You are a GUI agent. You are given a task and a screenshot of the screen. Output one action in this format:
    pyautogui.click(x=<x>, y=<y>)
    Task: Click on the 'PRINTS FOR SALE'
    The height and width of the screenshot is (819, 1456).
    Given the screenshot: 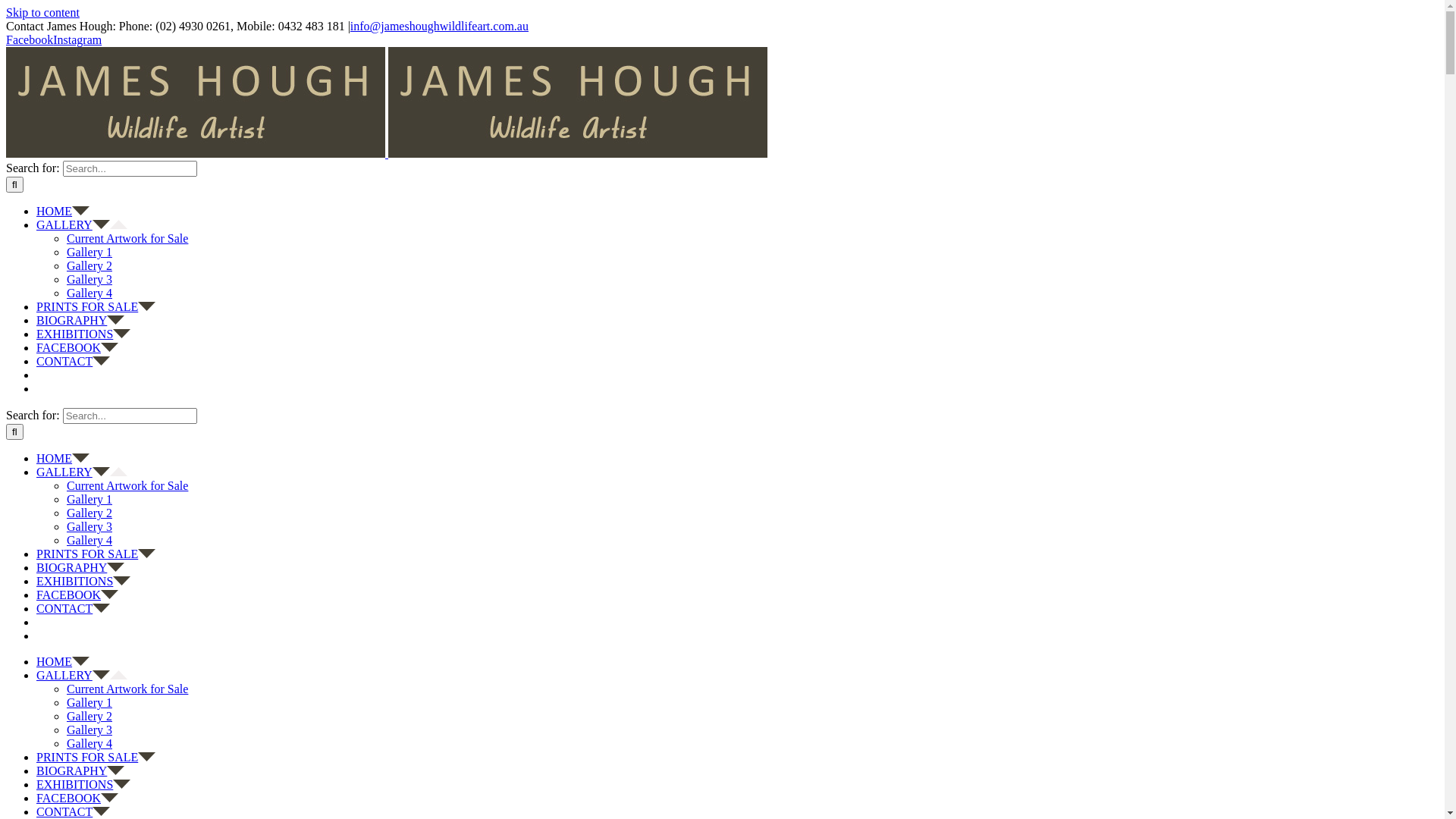 What is the action you would take?
    pyautogui.click(x=36, y=306)
    